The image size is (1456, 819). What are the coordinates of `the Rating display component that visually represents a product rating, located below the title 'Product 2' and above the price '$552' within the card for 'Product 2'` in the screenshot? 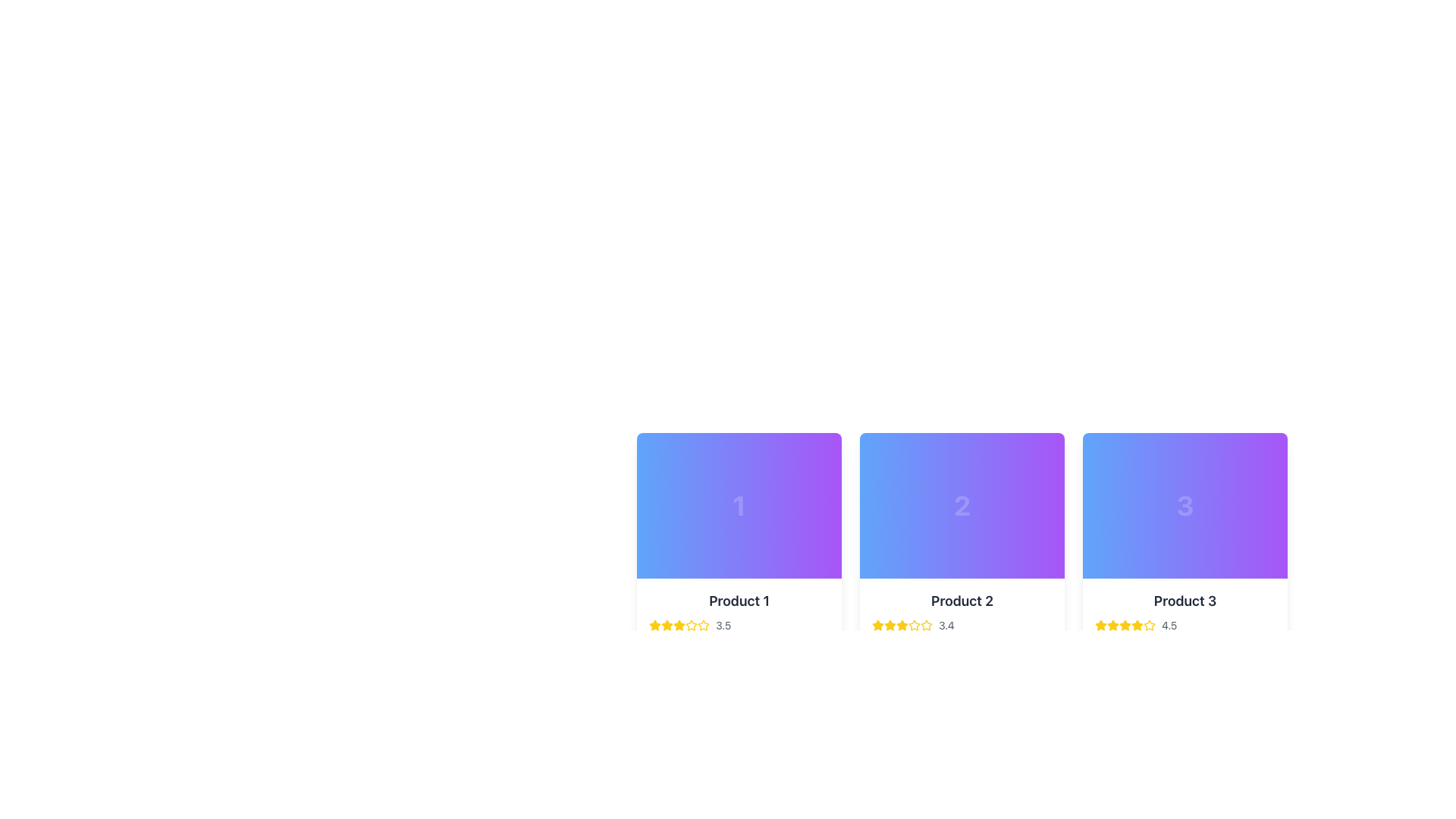 It's located at (961, 626).